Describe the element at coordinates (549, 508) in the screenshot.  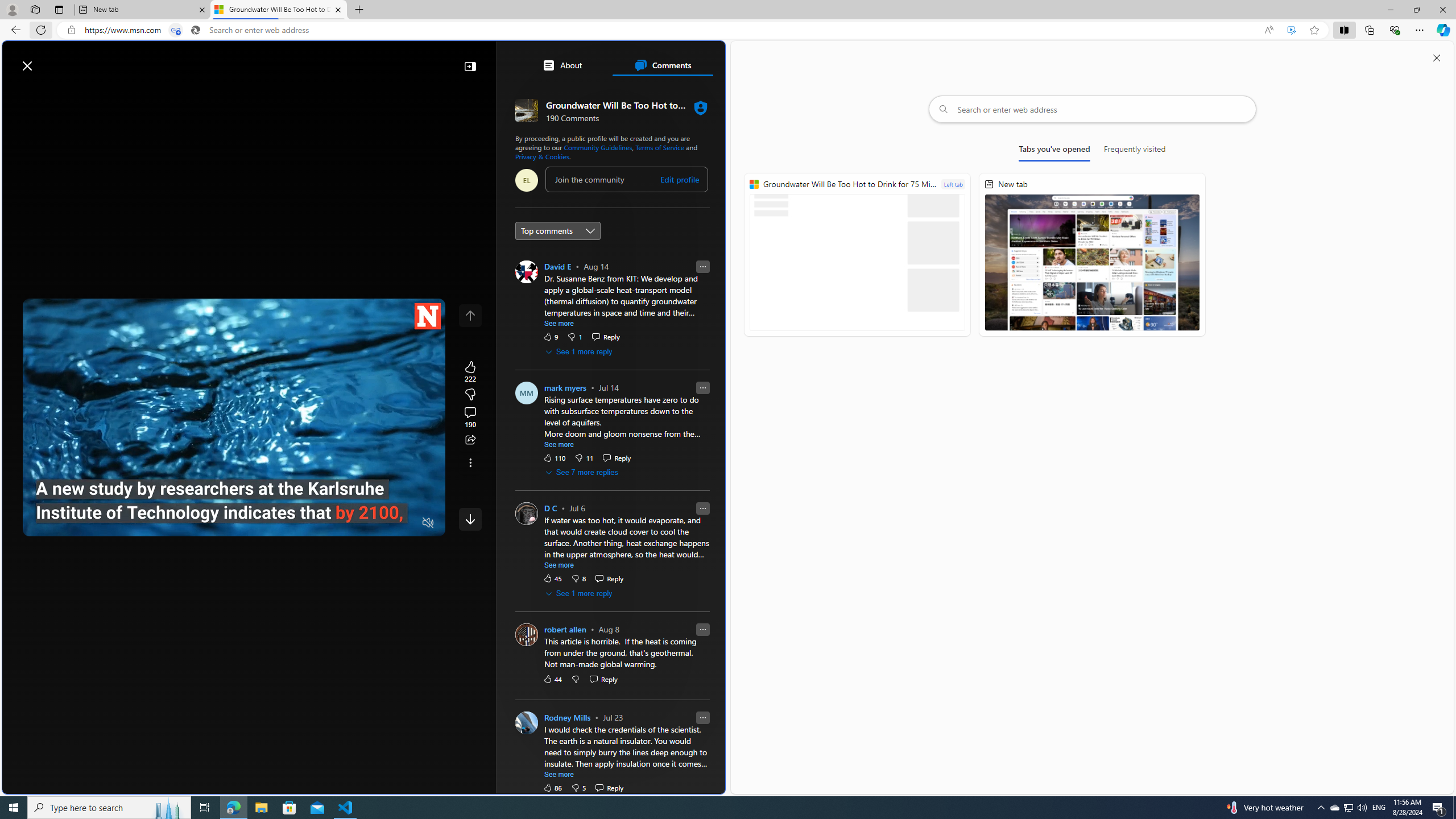
I see `'D C'` at that location.